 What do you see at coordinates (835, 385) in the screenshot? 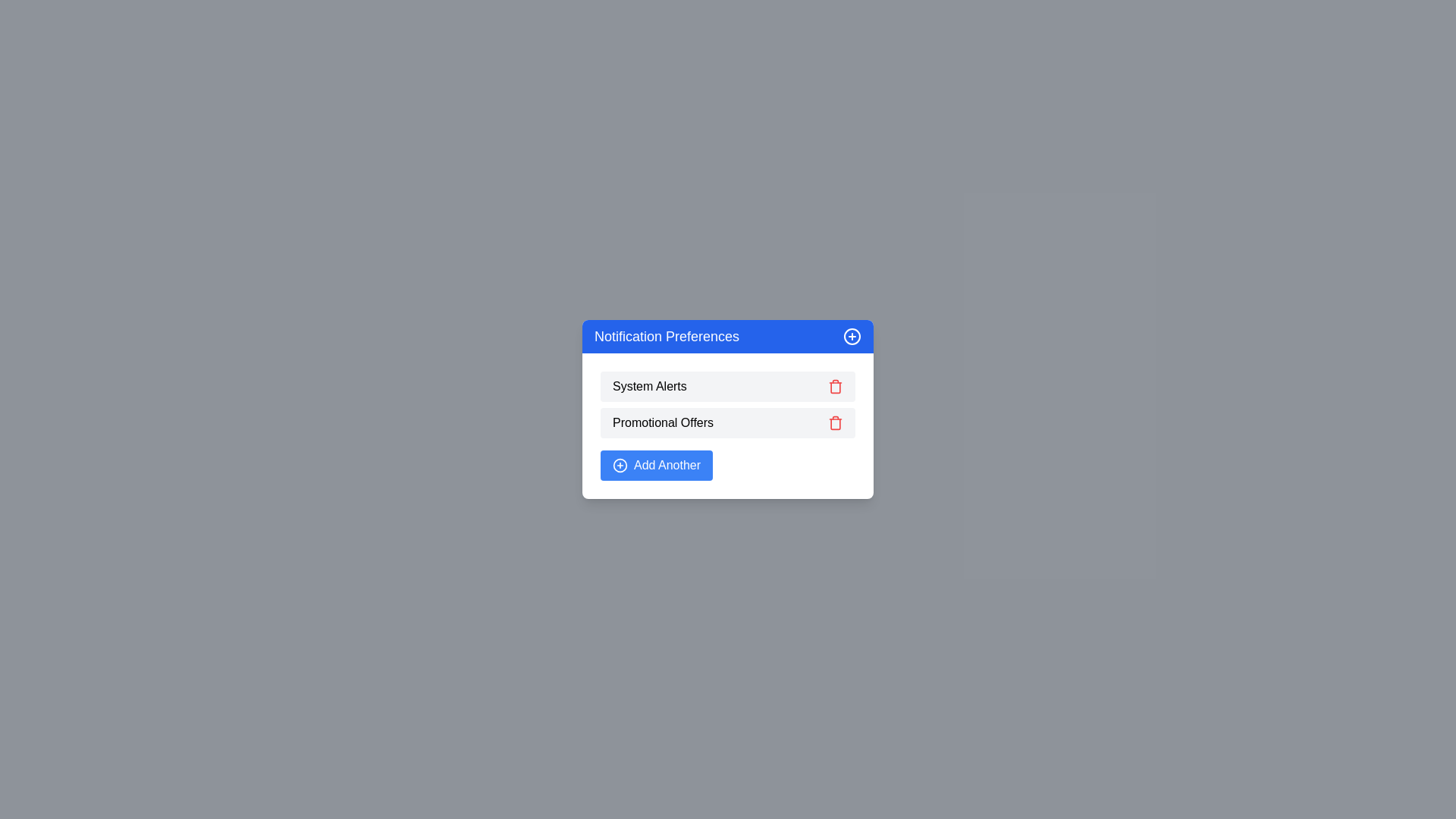
I see `the delete button located to the right of the 'System Alerts' text` at bounding box center [835, 385].